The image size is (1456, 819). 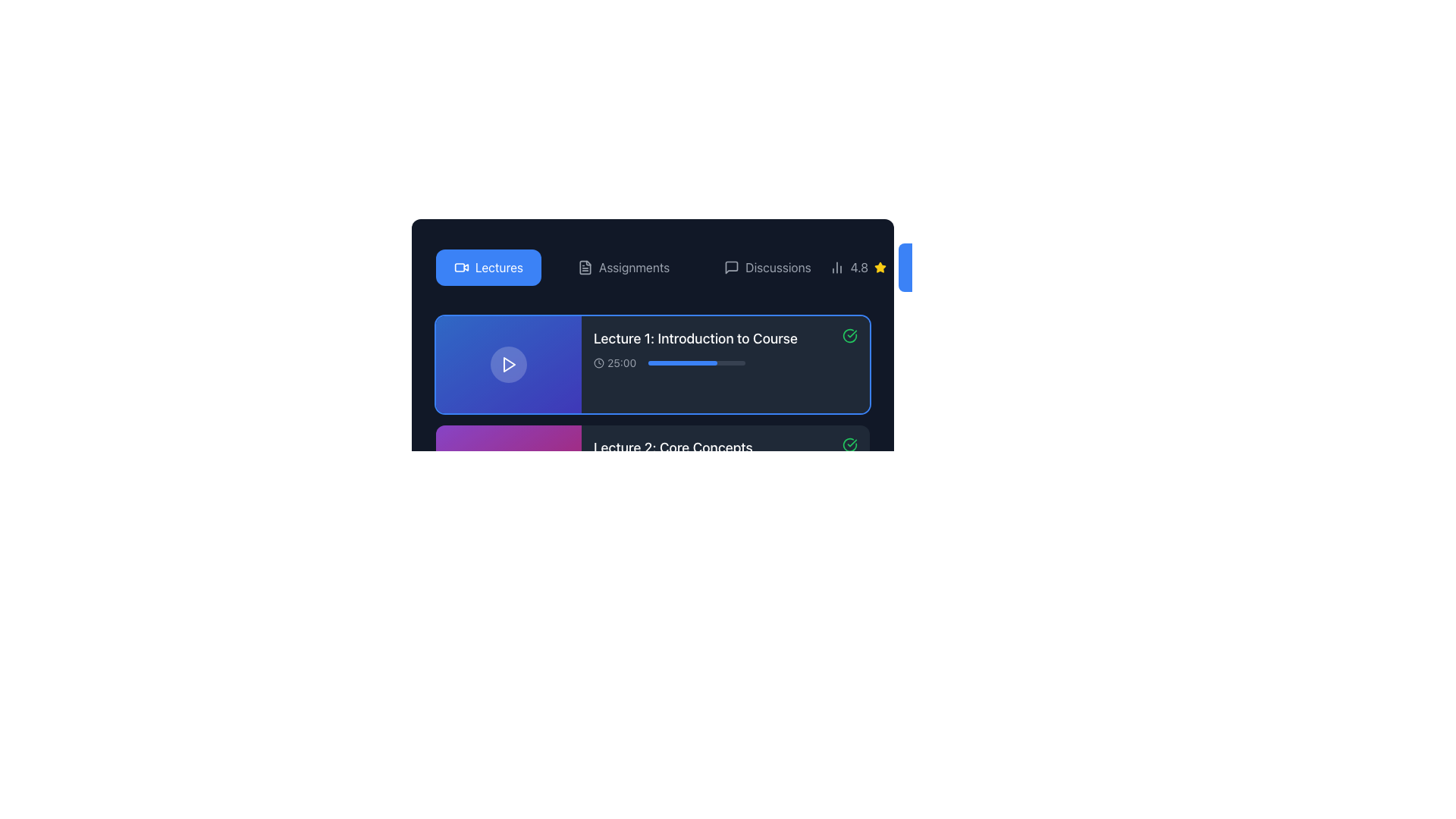 I want to click on the comments or messages icon located in the top-right corner of the interface, adjacent to numeric and star ratings, so click(x=732, y=267).